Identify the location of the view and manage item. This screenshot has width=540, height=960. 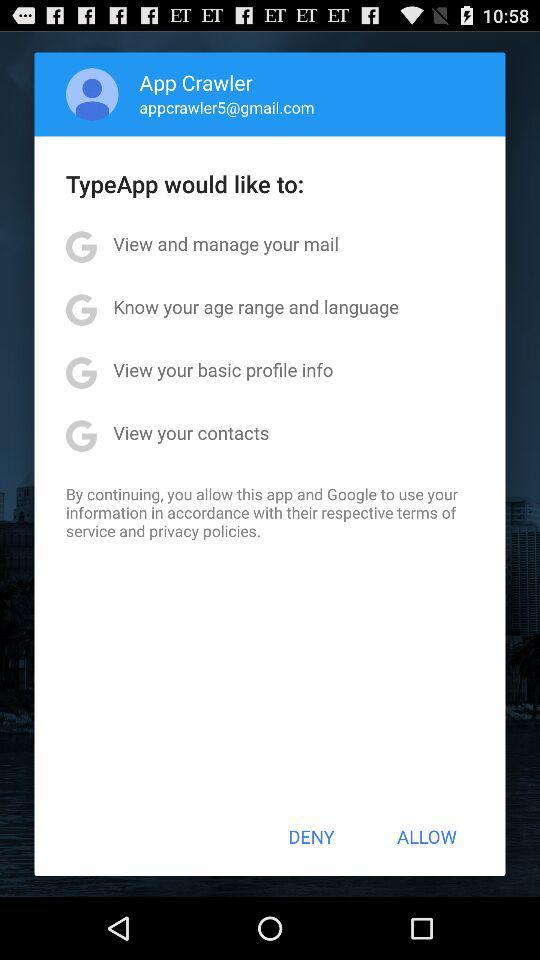
(225, 242).